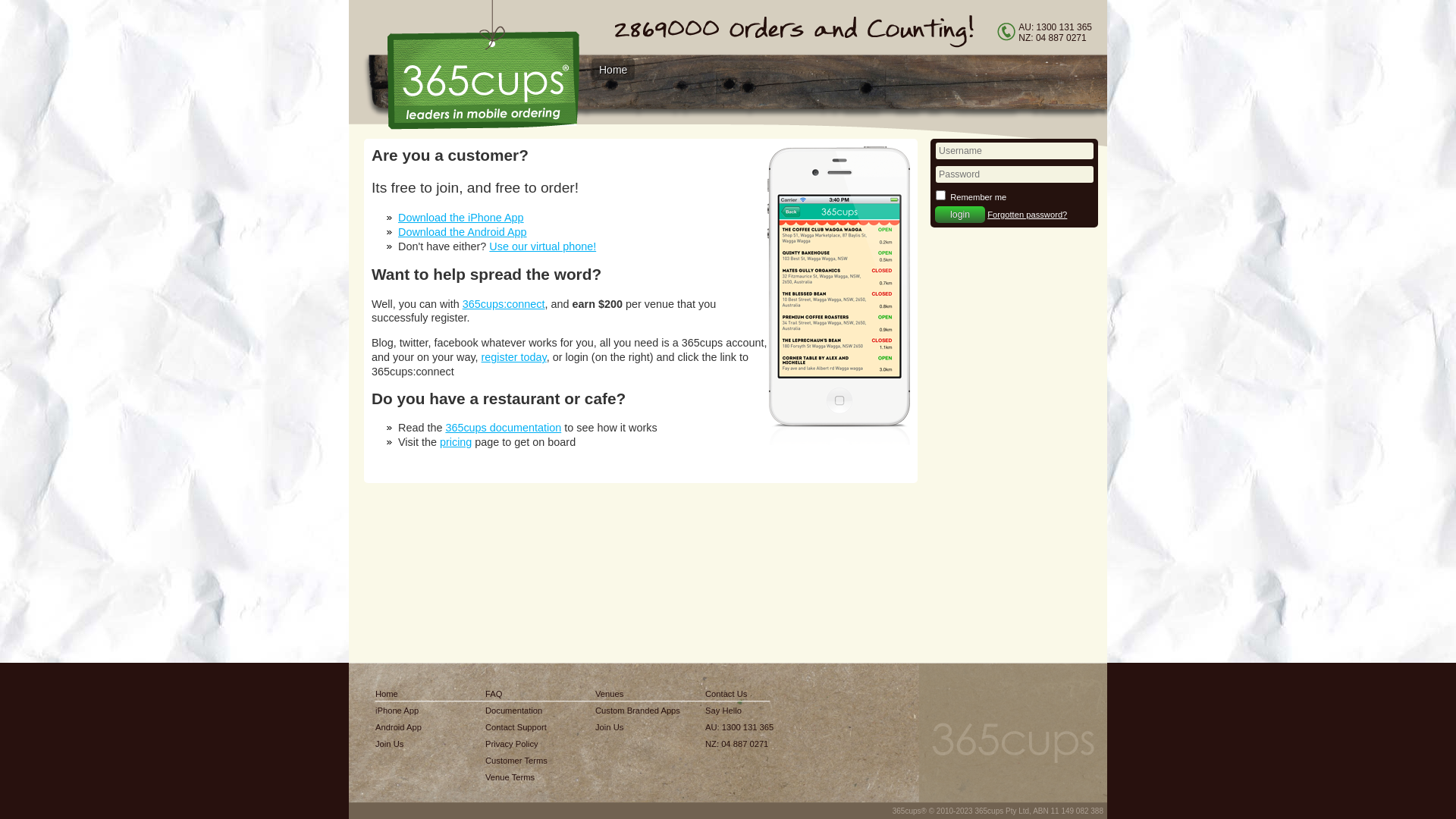 This screenshot has width=1456, height=819. Describe the element at coordinates (739, 726) in the screenshot. I see `'AU: 1300 131 365'` at that location.